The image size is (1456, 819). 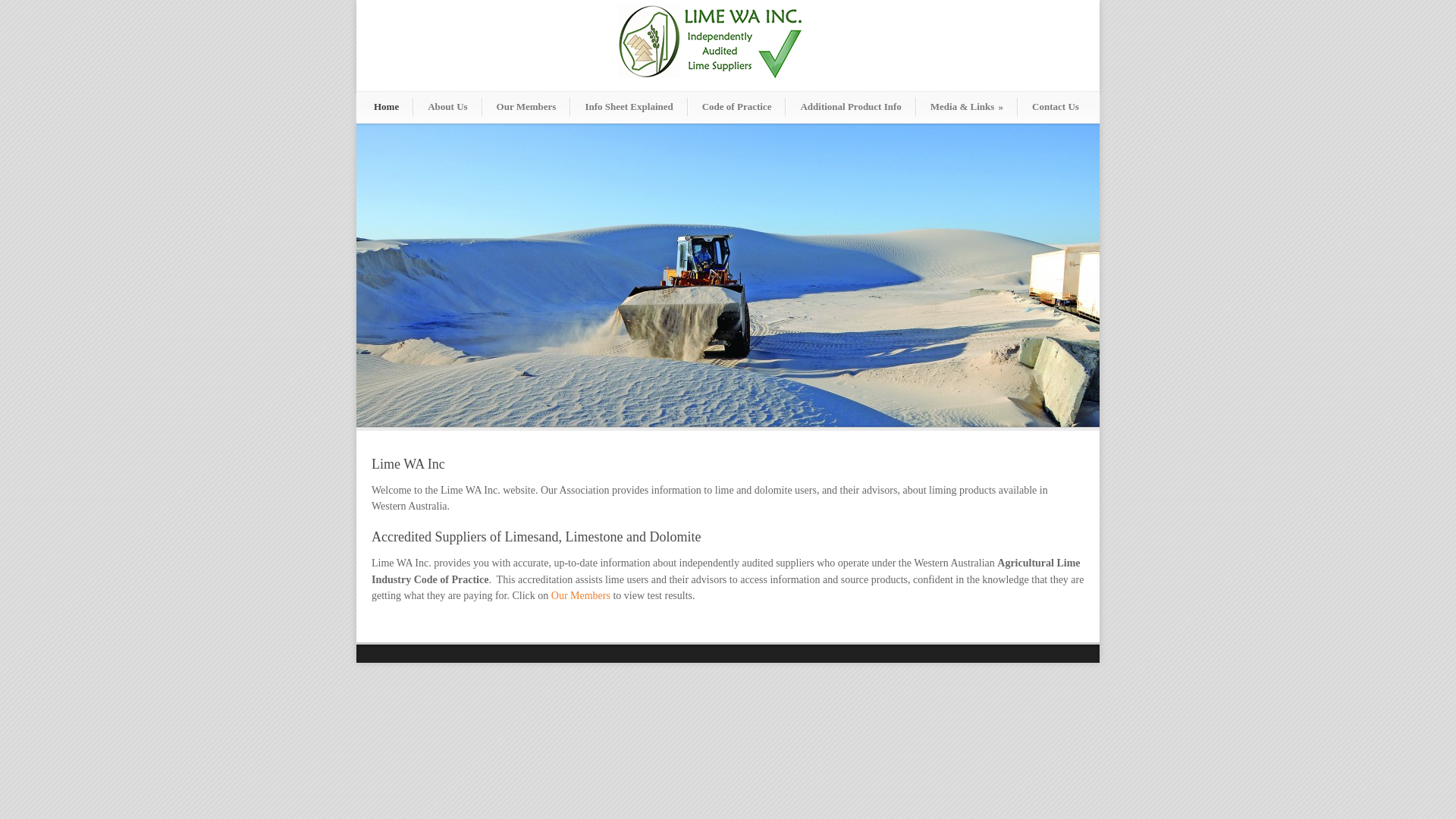 I want to click on 'Send', so click(x=24, y=11).